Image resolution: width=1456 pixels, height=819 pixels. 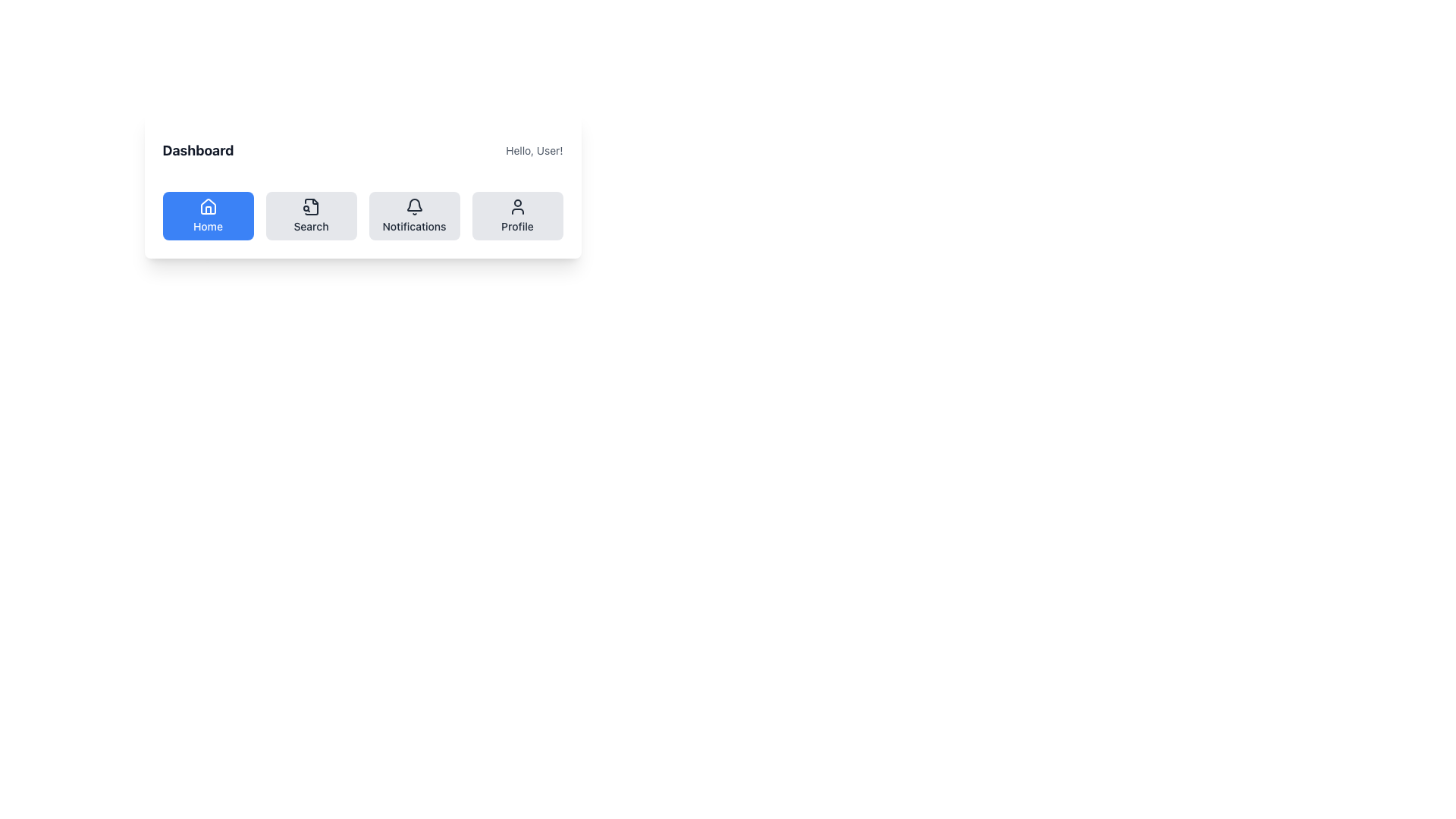 What do you see at coordinates (414, 227) in the screenshot?
I see `the 'Notifications' text label, which serves as a description for the button related to notifications, located in the third button of the horizontal navigation bar between 'Search' and 'Profile'` at bounding box center [414, 227].